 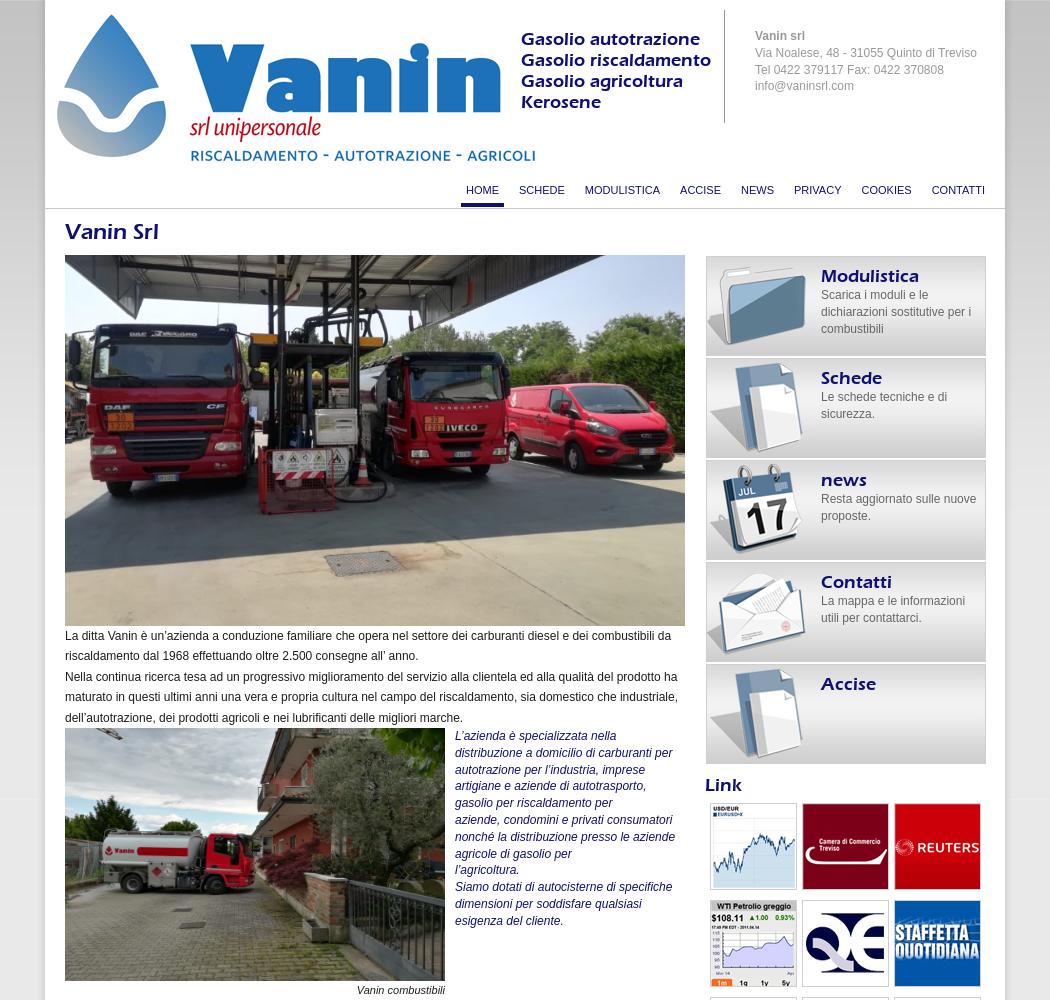 I want to click on 'L’azienda è specializzata nella distribuzione a domicilio di carburanti per', so click(x=562, y=742).